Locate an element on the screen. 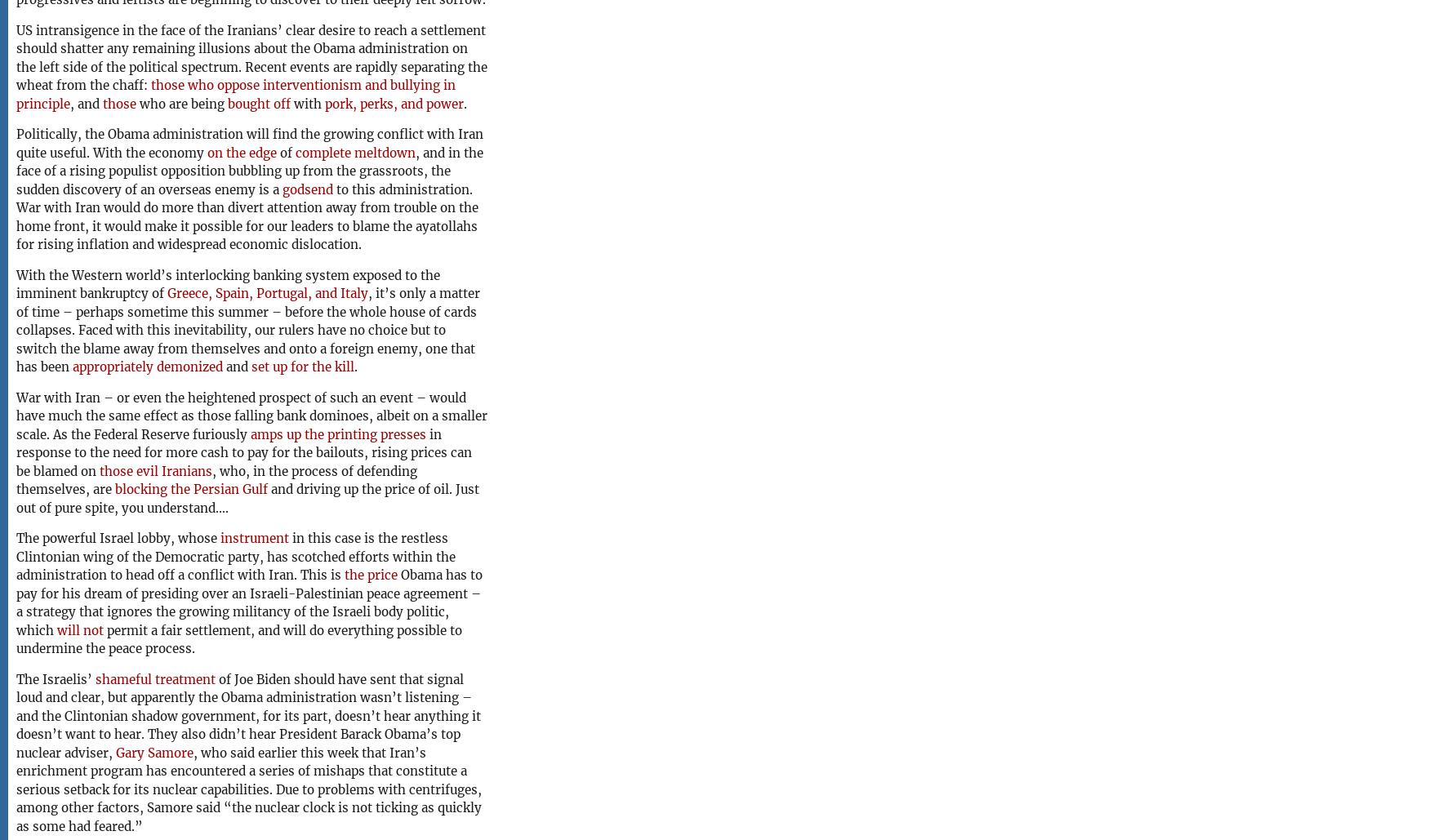  'bought off' is located at coordinates (259, 102).